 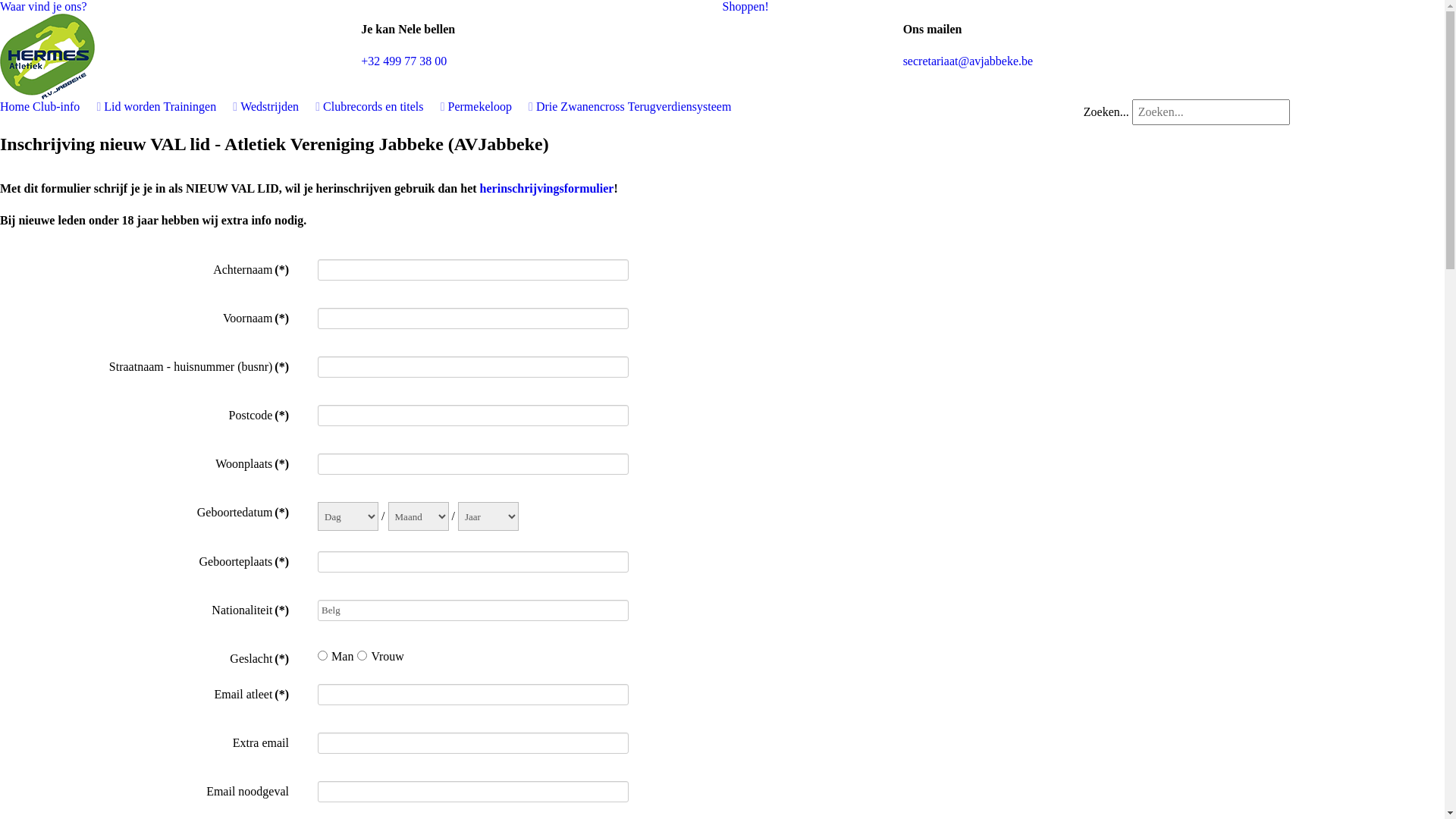 What do you see at coordinates (679, 105) in the screenshot?
I see `'Terugverdiensysteem'` at bounding box center [679, 105].